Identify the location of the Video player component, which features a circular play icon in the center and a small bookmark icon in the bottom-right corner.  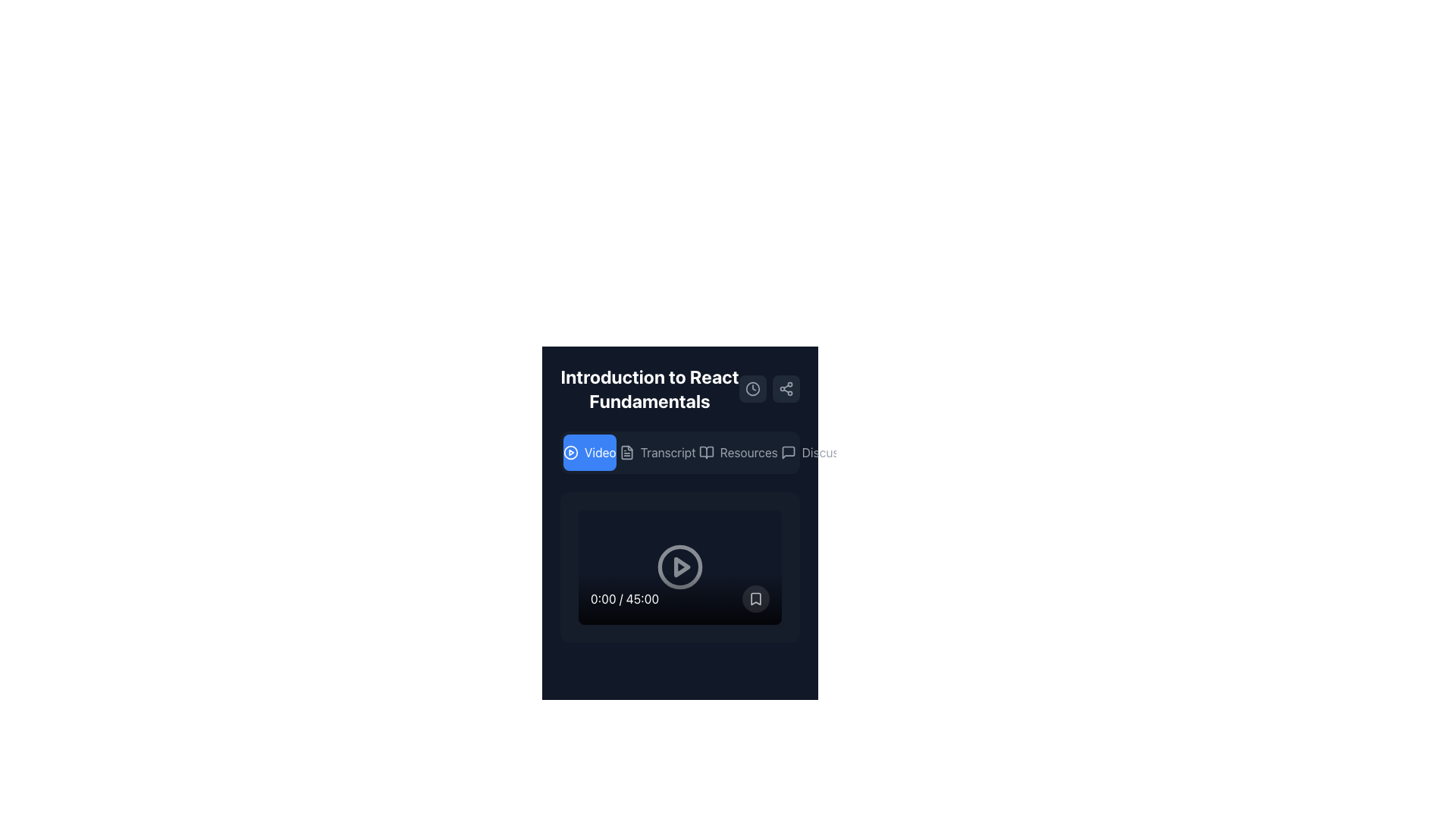
(679, 567).